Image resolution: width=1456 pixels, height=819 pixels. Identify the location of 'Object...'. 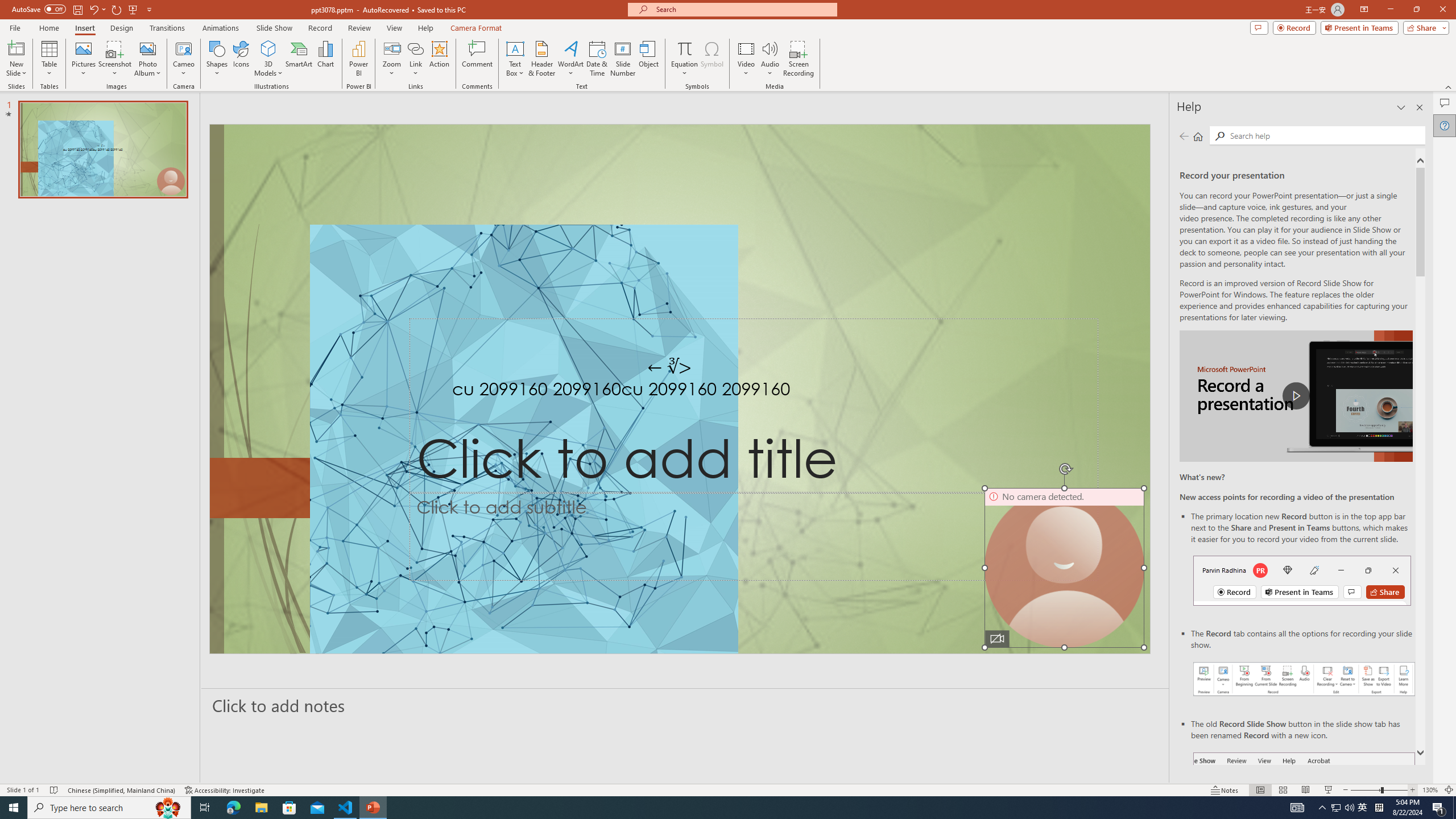
(649, 59).